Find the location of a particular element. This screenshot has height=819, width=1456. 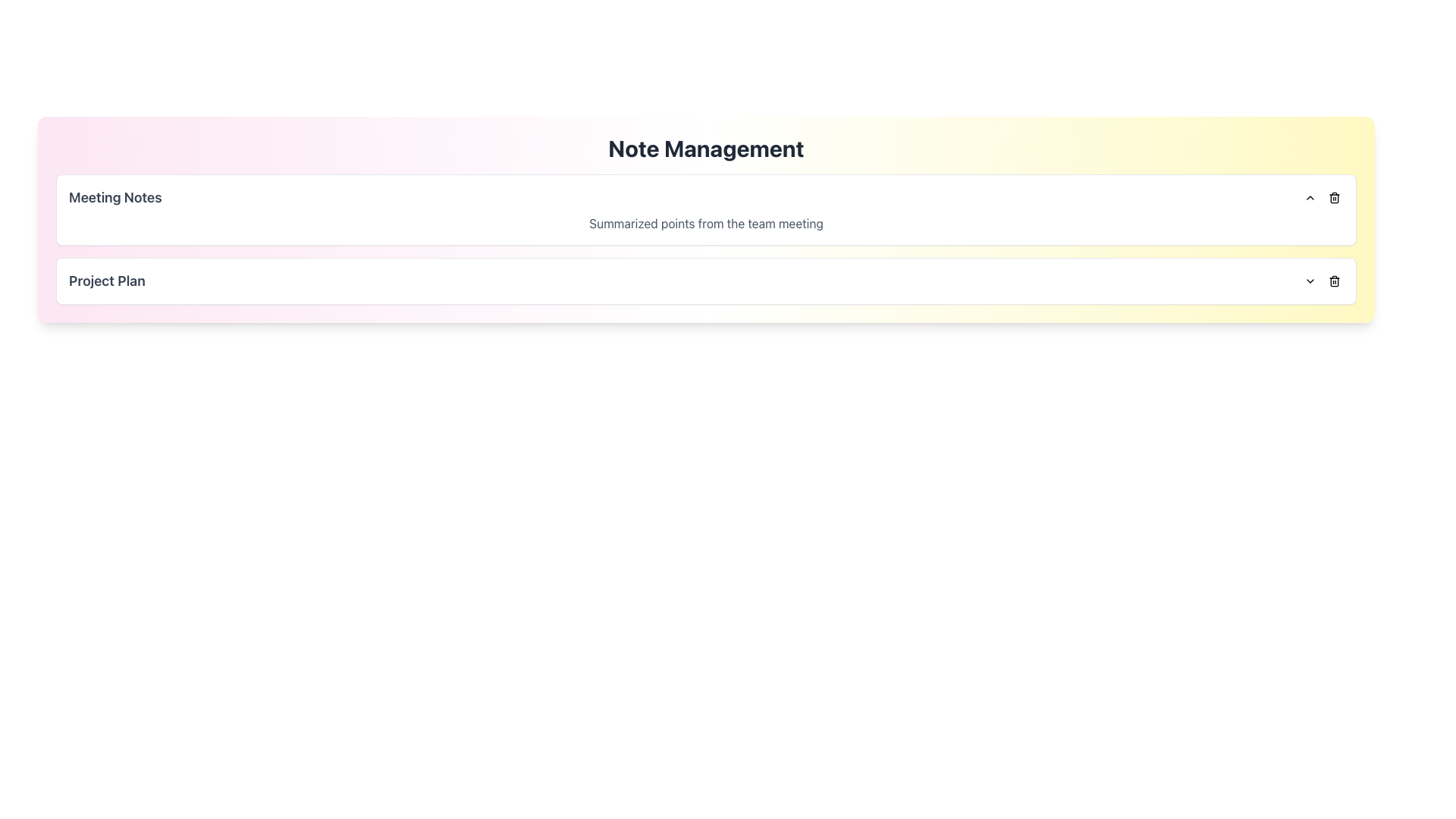

the delete icon located at the far right of the 'Meeting Notes' section is located at coordinates (1335, 197).